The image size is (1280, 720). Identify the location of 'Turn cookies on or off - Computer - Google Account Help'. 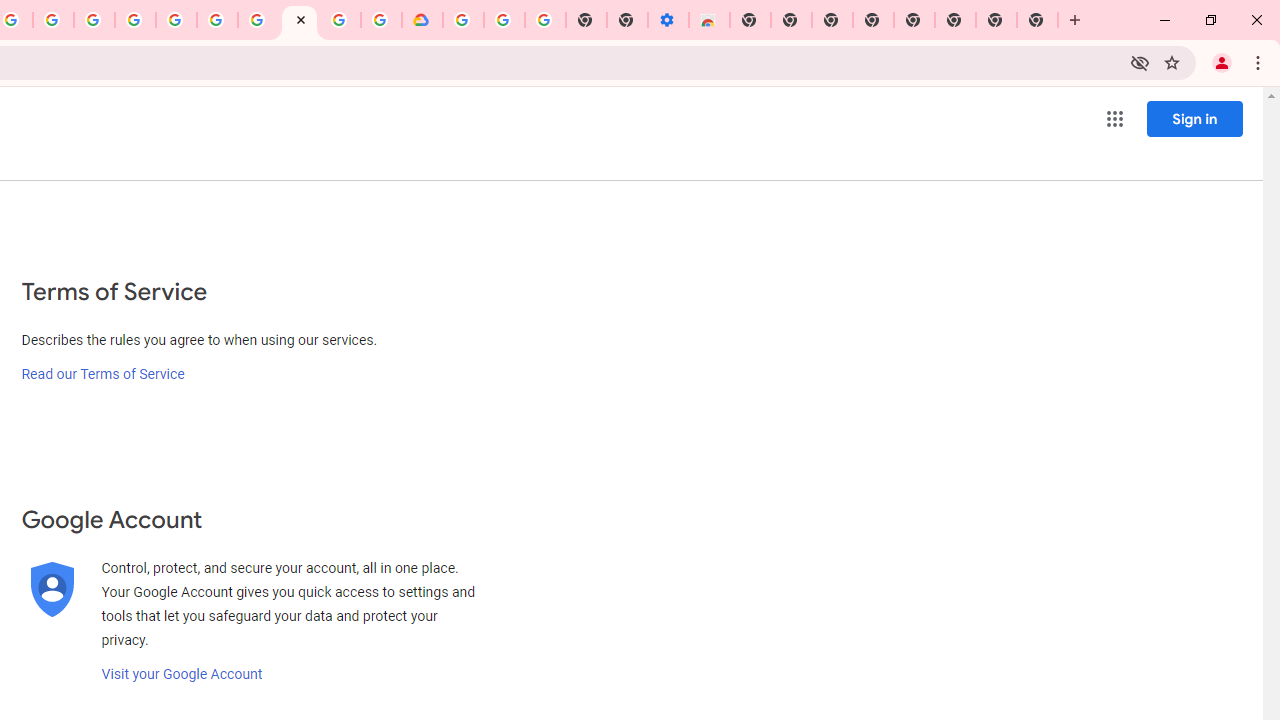
(545, 20).